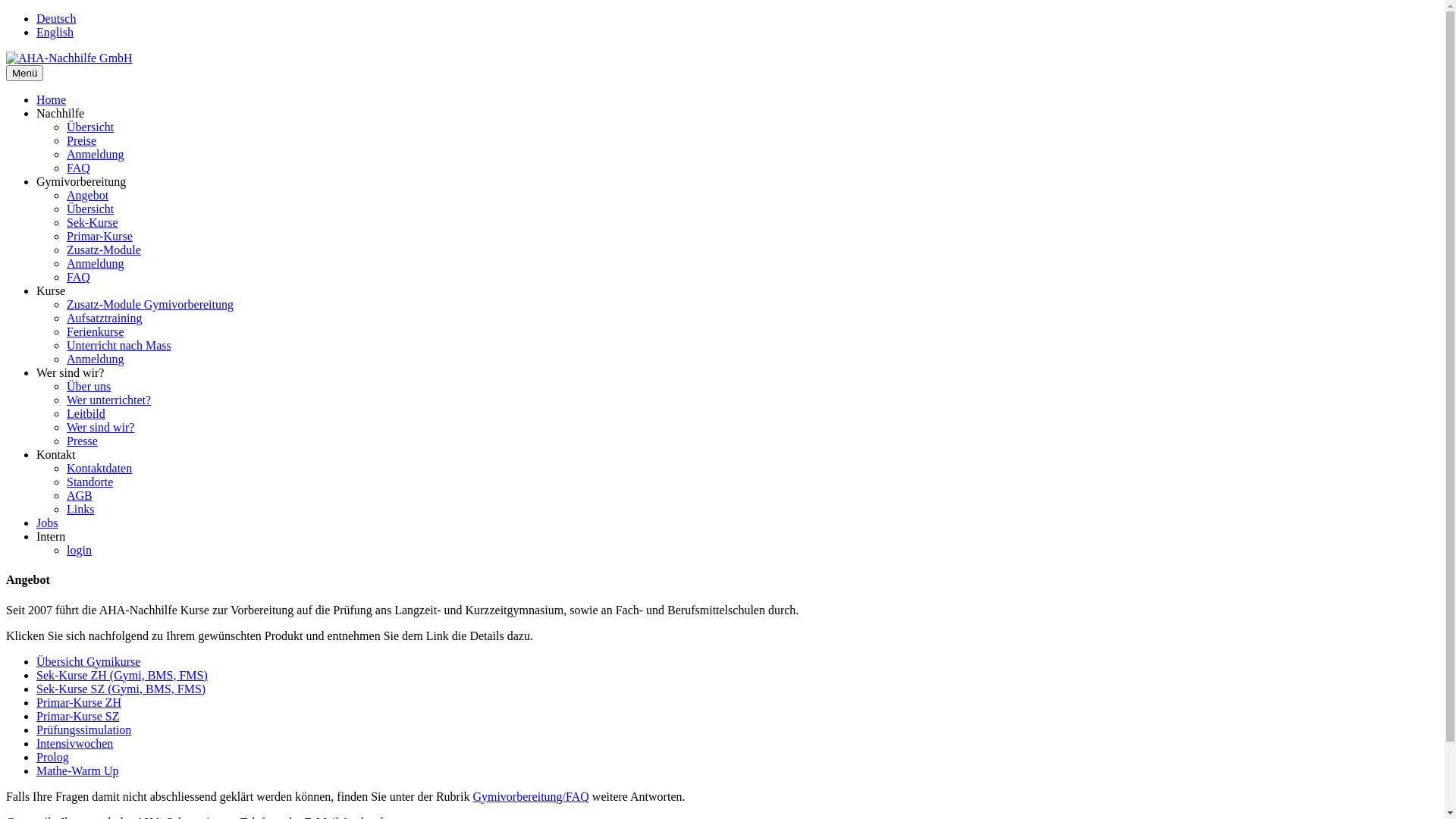 This screenshot has height=819, width=1456. Describe the element at coordinates (79, 509) in the screenshot. I see `'Links'` at that location.